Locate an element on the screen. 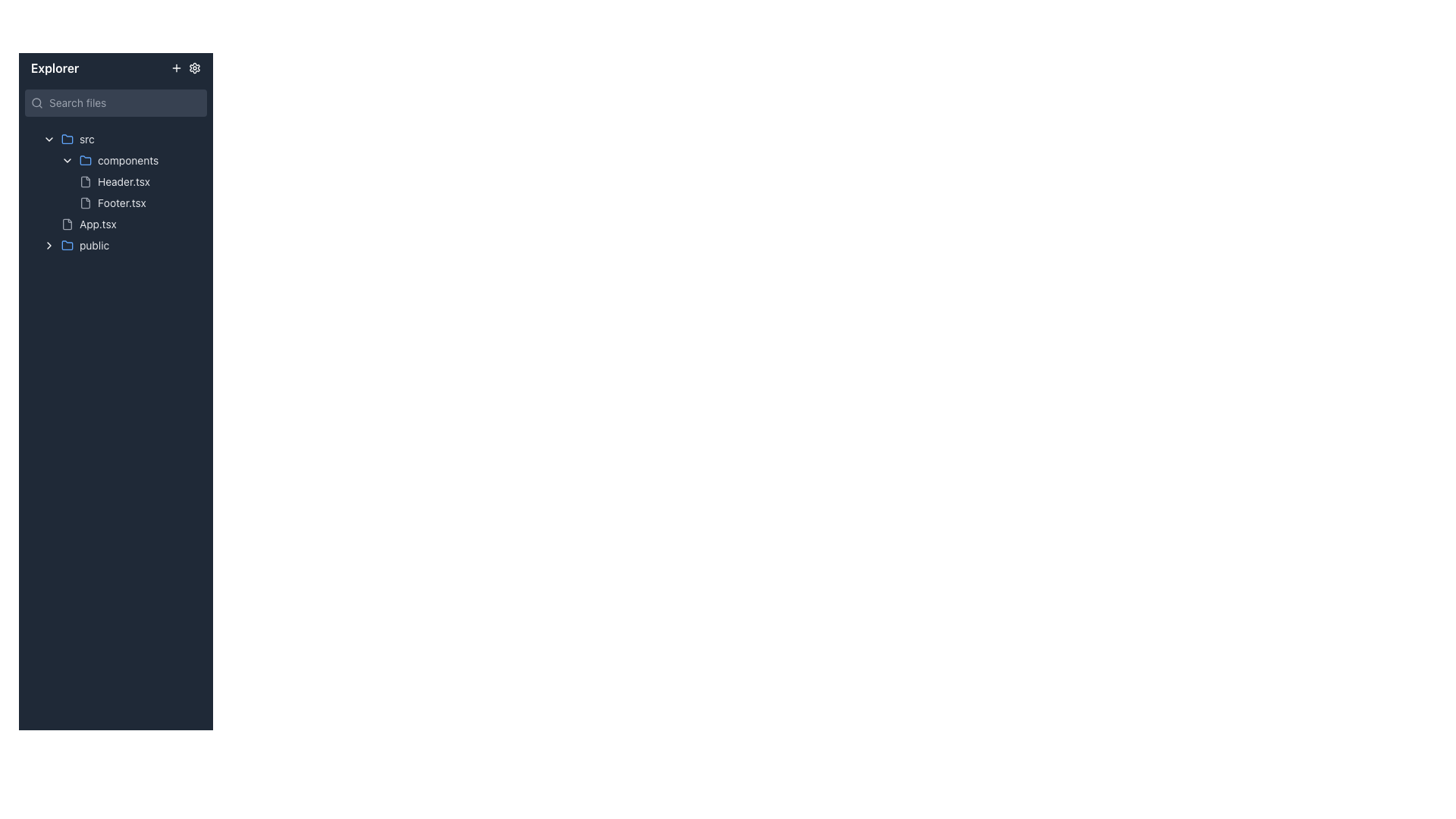 The height and width of the screenshot is (819, 1456). the search icon located to the left of the text input field in the search section at the top of the sidebar is located at coordinates (36, 102).